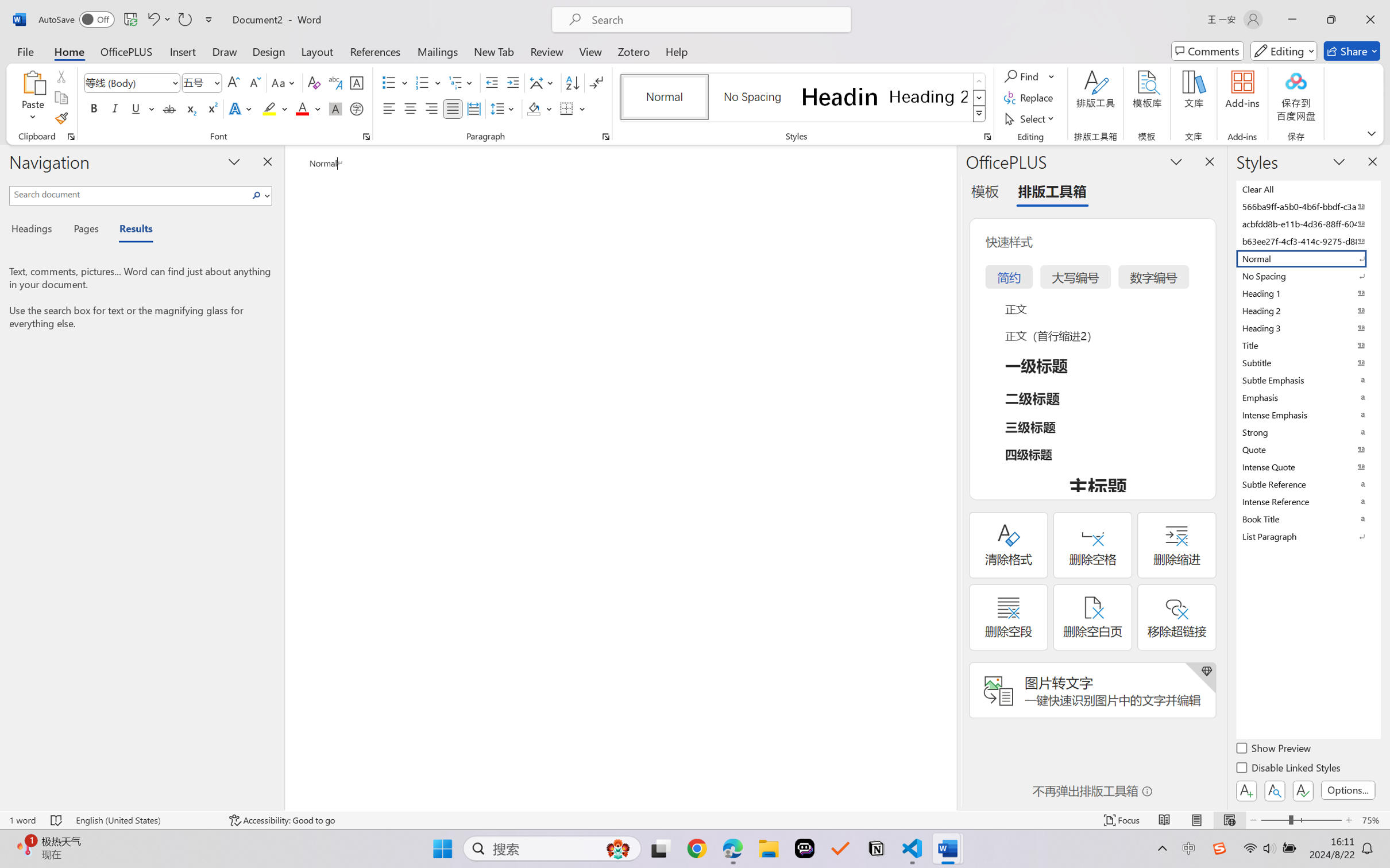  I want to click on 'Office Clipboard...', so click(70, 136).